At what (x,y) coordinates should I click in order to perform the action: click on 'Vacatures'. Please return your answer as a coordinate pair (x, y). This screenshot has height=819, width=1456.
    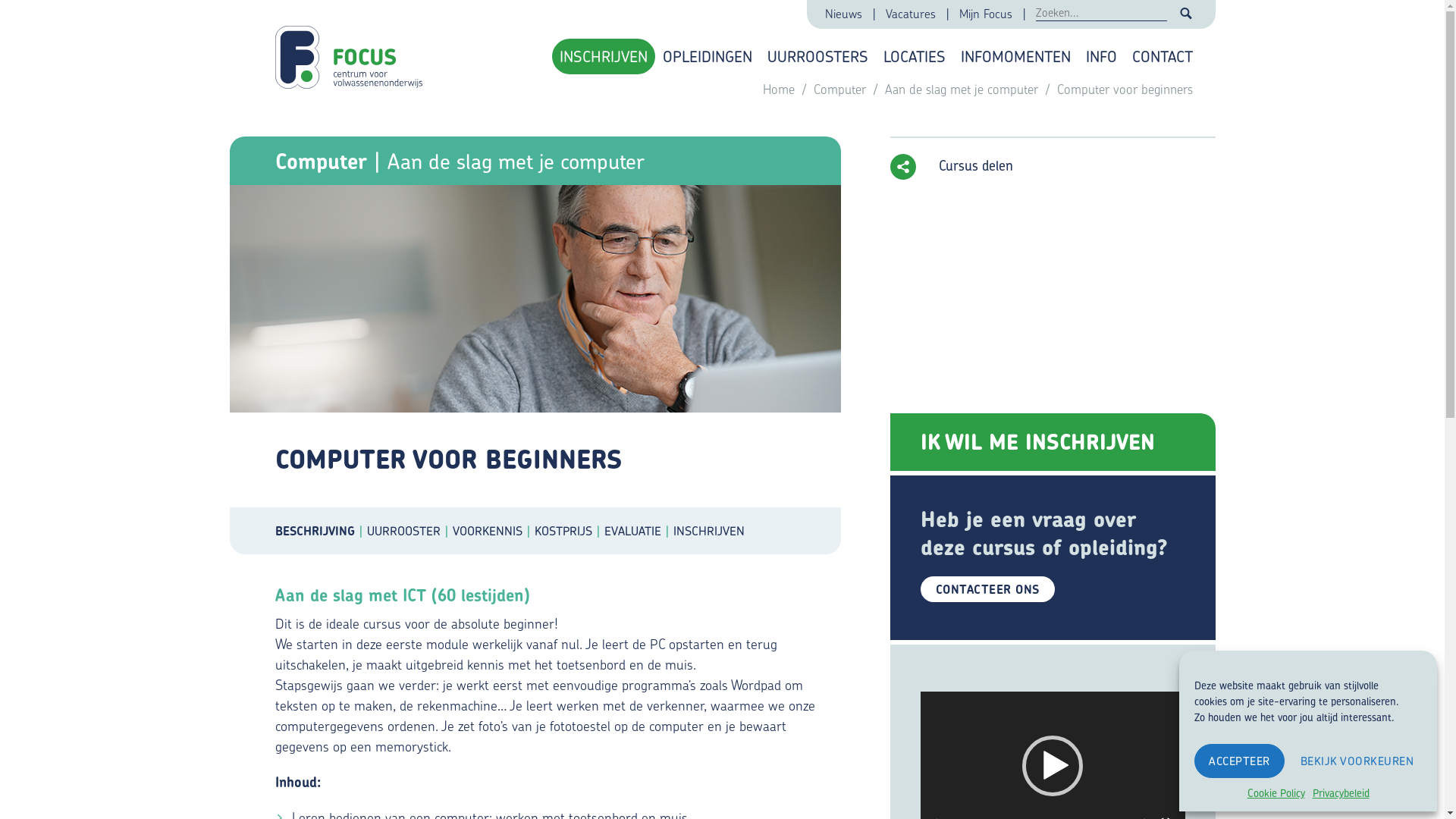
    Looking at the image, I should click on (911, 14).